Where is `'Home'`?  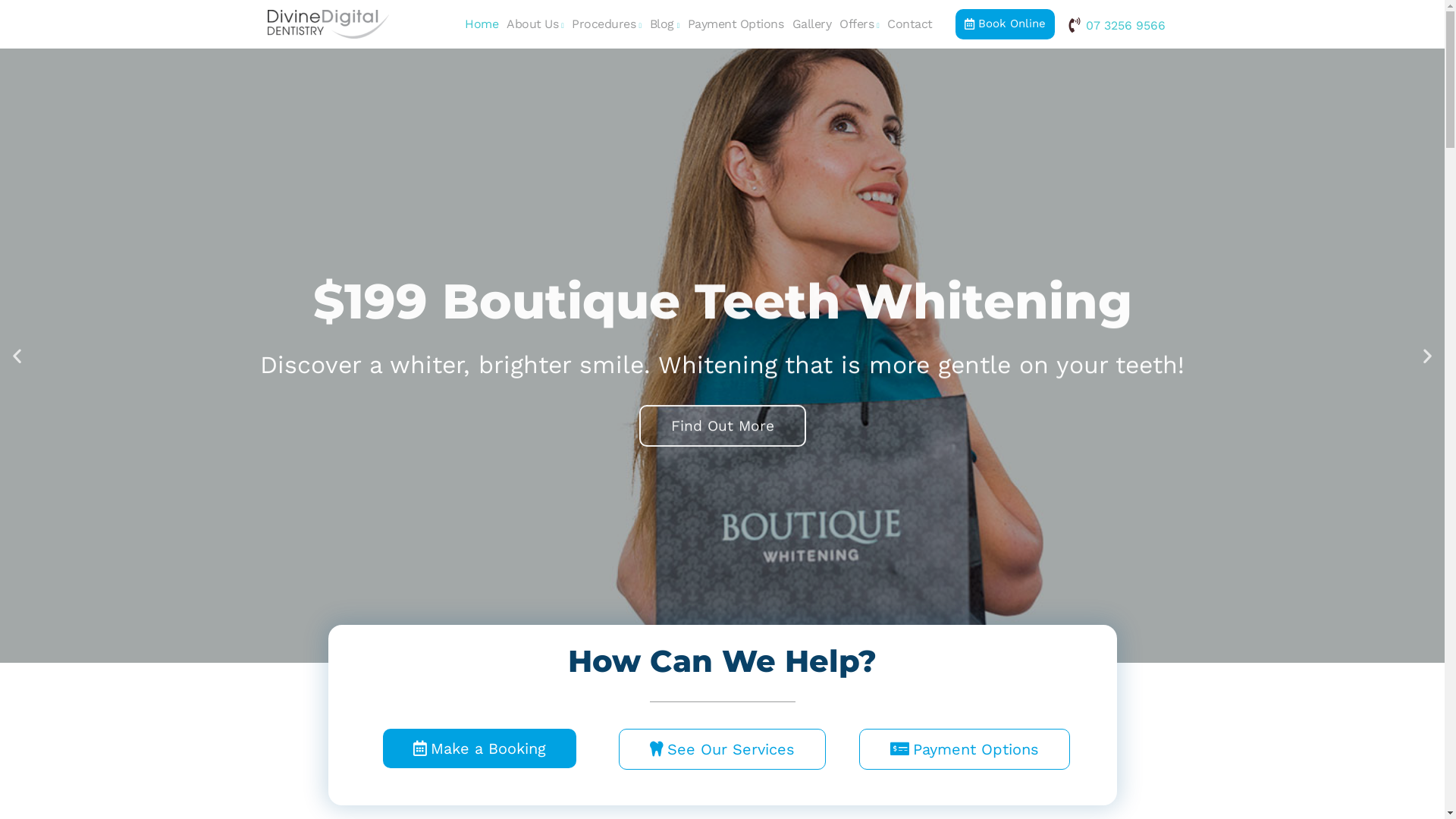 'Home' is located at coordinates (480, 24).